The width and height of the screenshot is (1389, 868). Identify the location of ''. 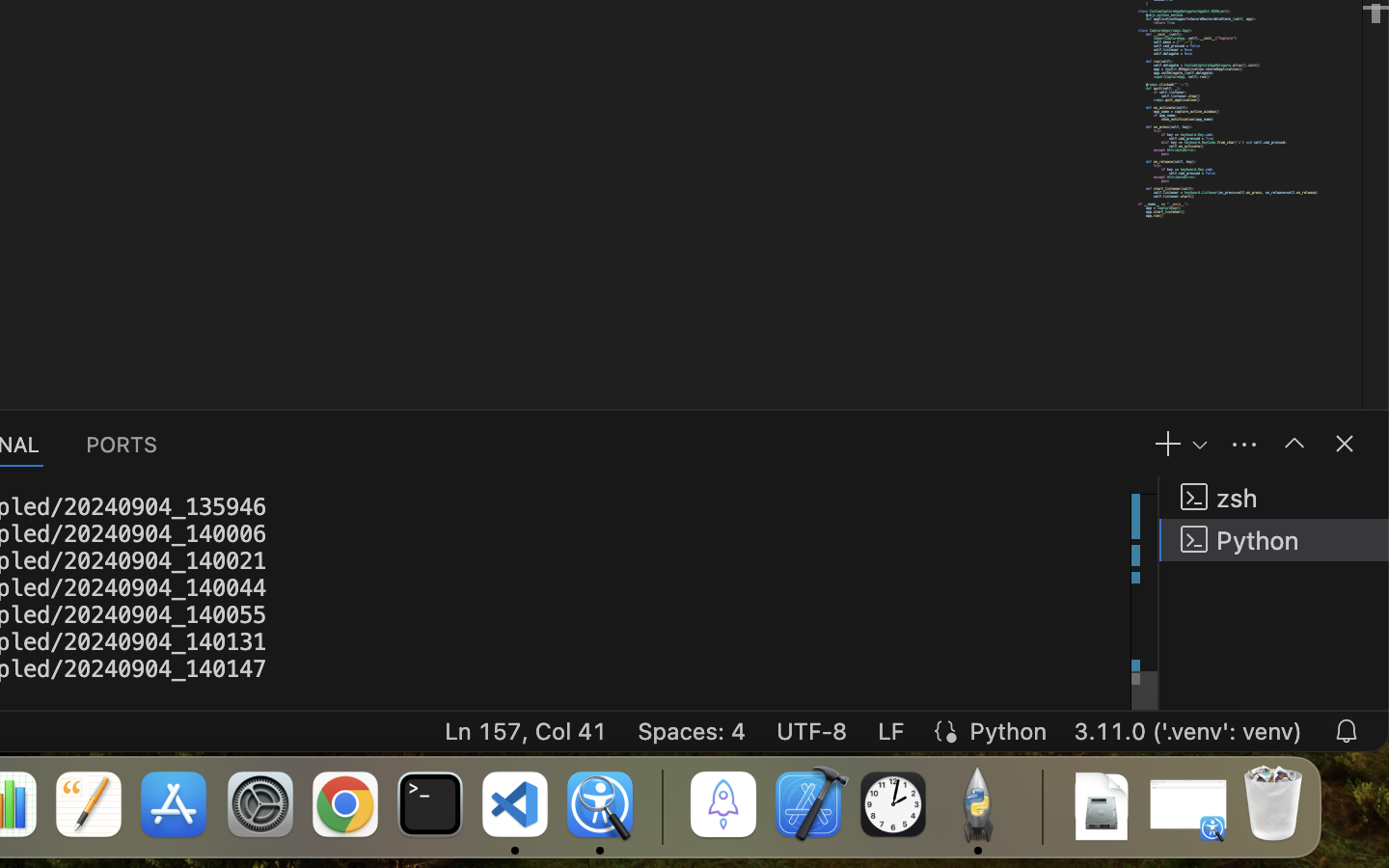
(1345, 442).